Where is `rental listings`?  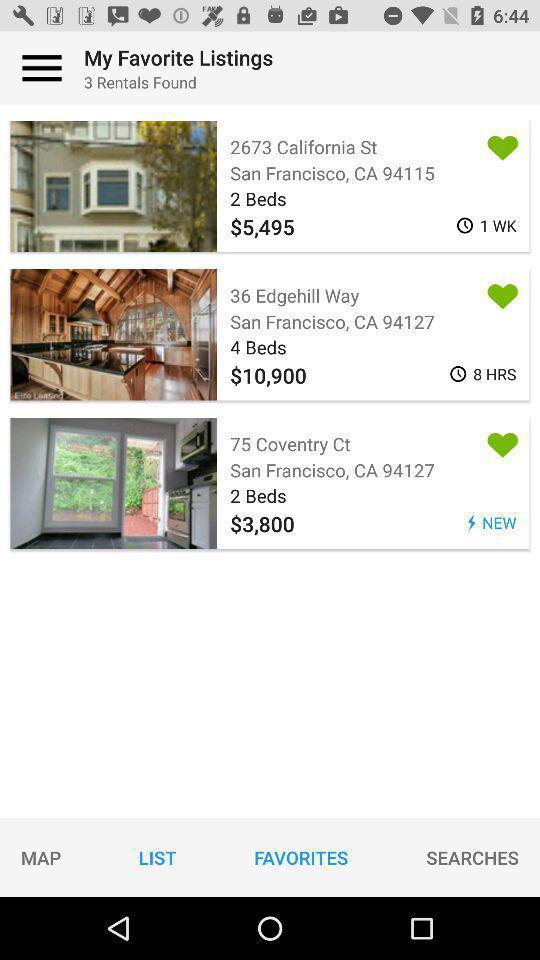
rental listings is located at coordinates (42, 68).